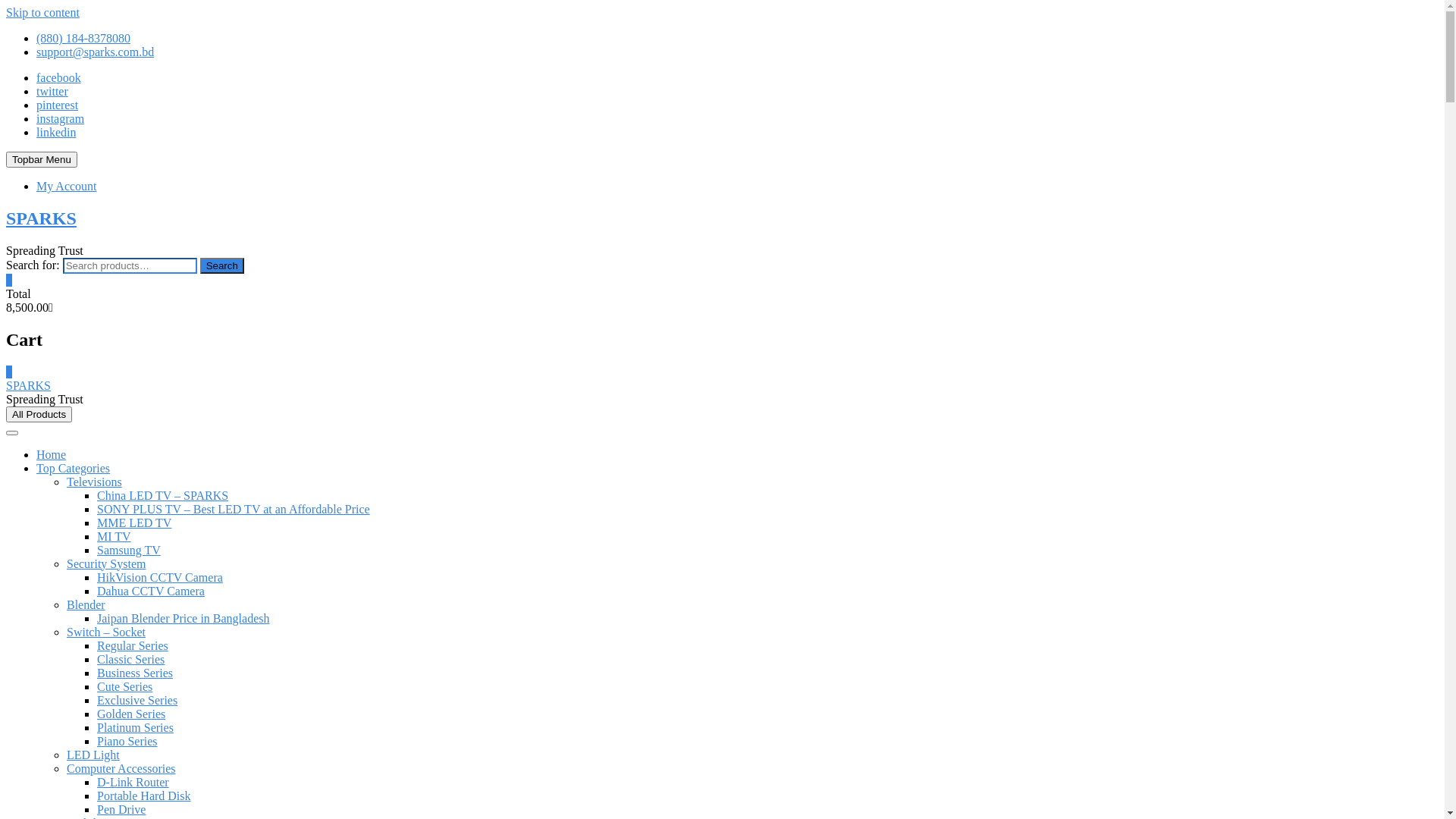 This screenshot has height=819, width=1456. I want to click on 'All Products', so click(6, 414).